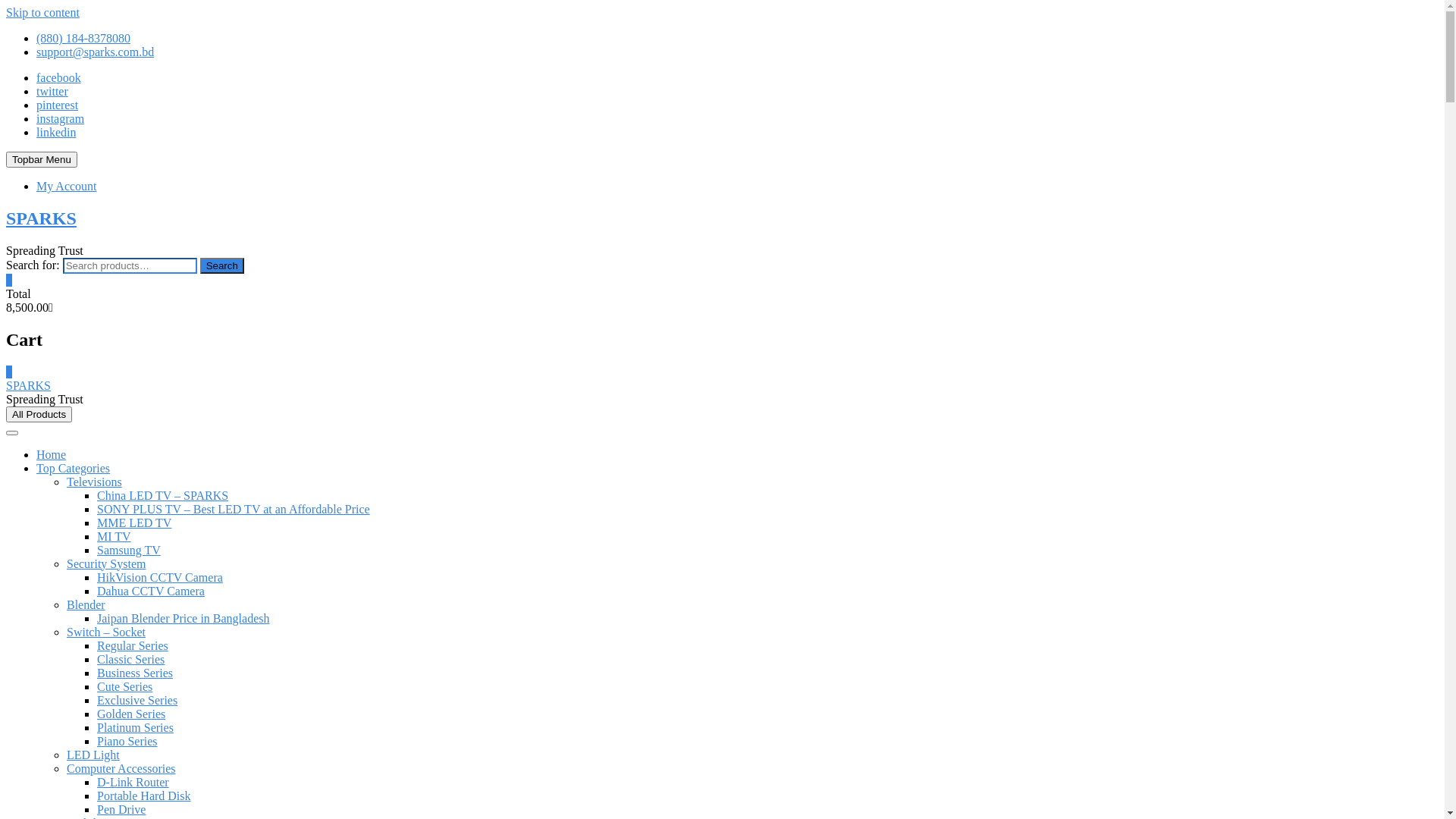 This screenshot has height=819, width=1456. I want to click on 'All Products', so click(6, 414).